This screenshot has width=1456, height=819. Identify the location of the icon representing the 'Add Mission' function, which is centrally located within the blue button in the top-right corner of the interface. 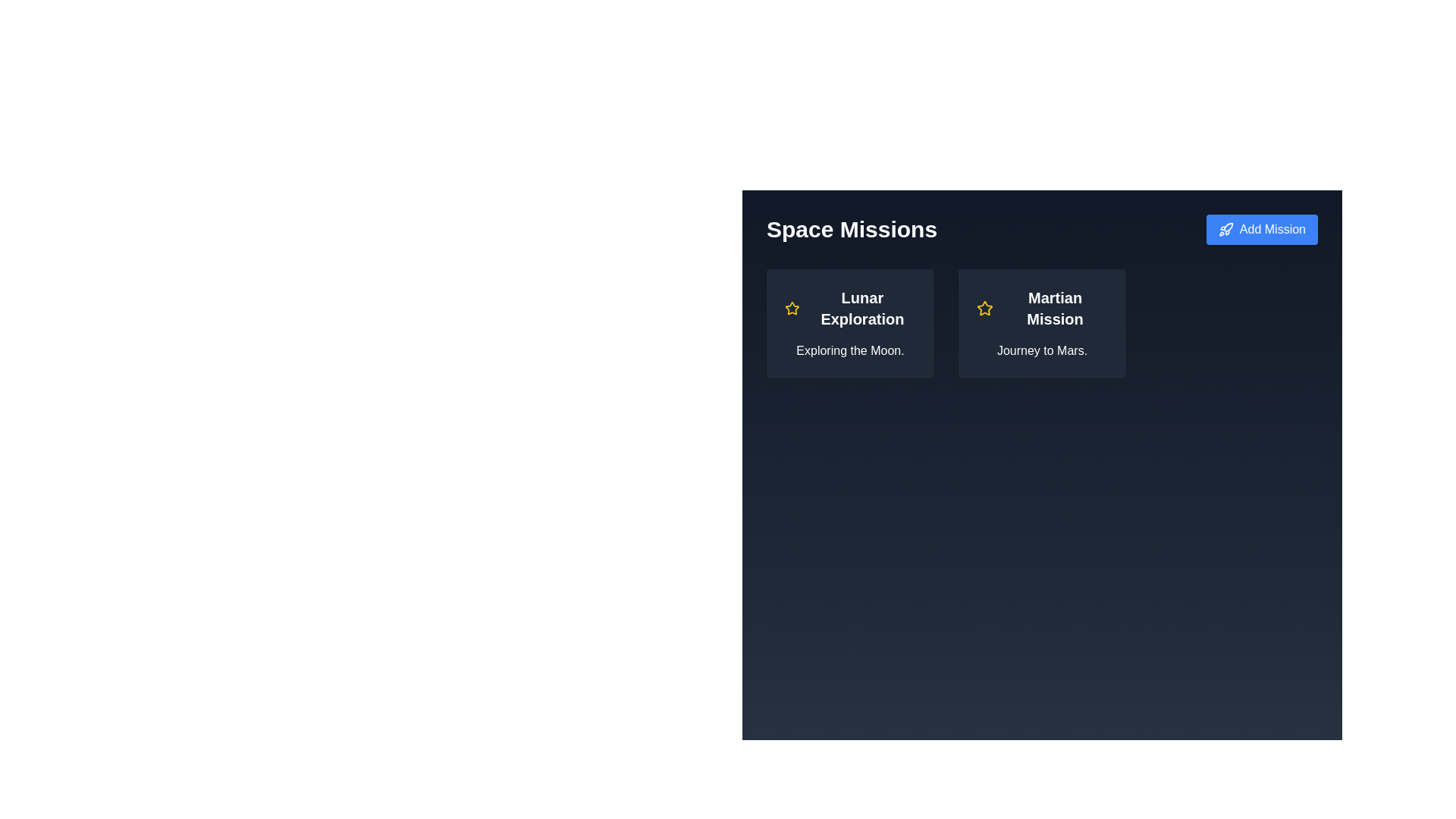
(1228, 227).